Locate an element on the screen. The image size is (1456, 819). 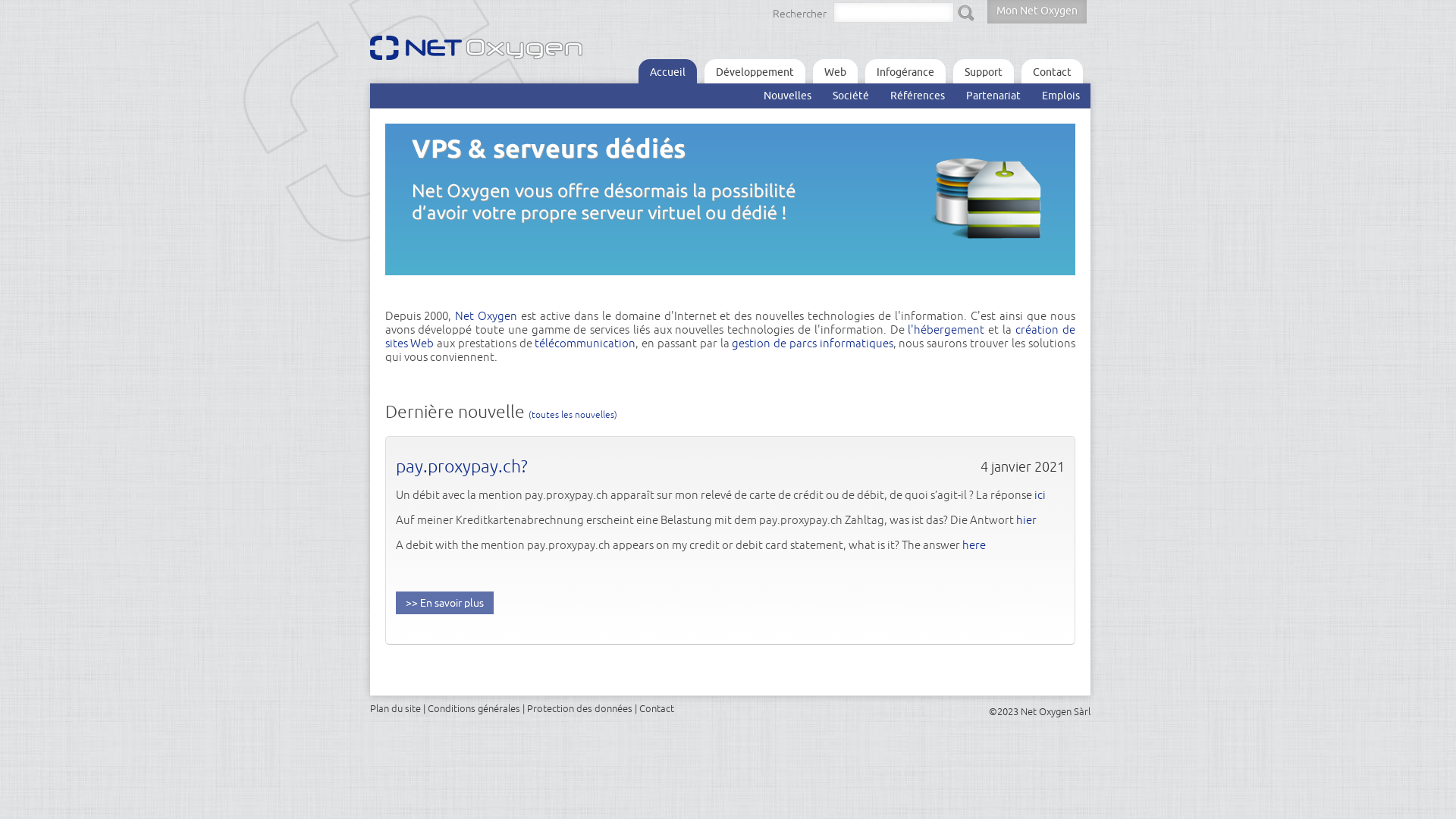
'Net Oxygen' is located at coordinates (486, 315).